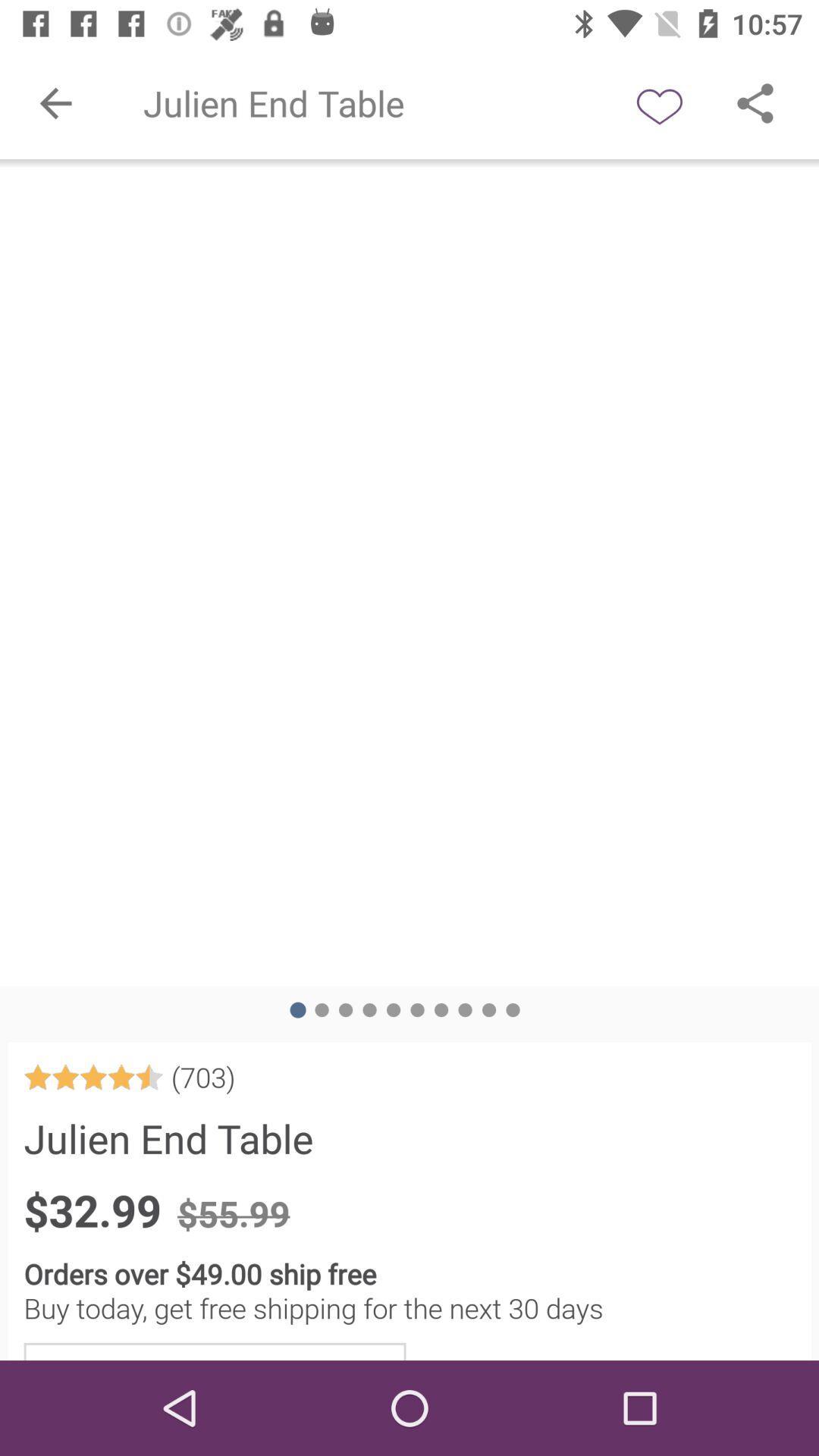 Image resolution: width=819 pixels, height=1456 pixels. I want to click on to favorites, so click(659, 102).